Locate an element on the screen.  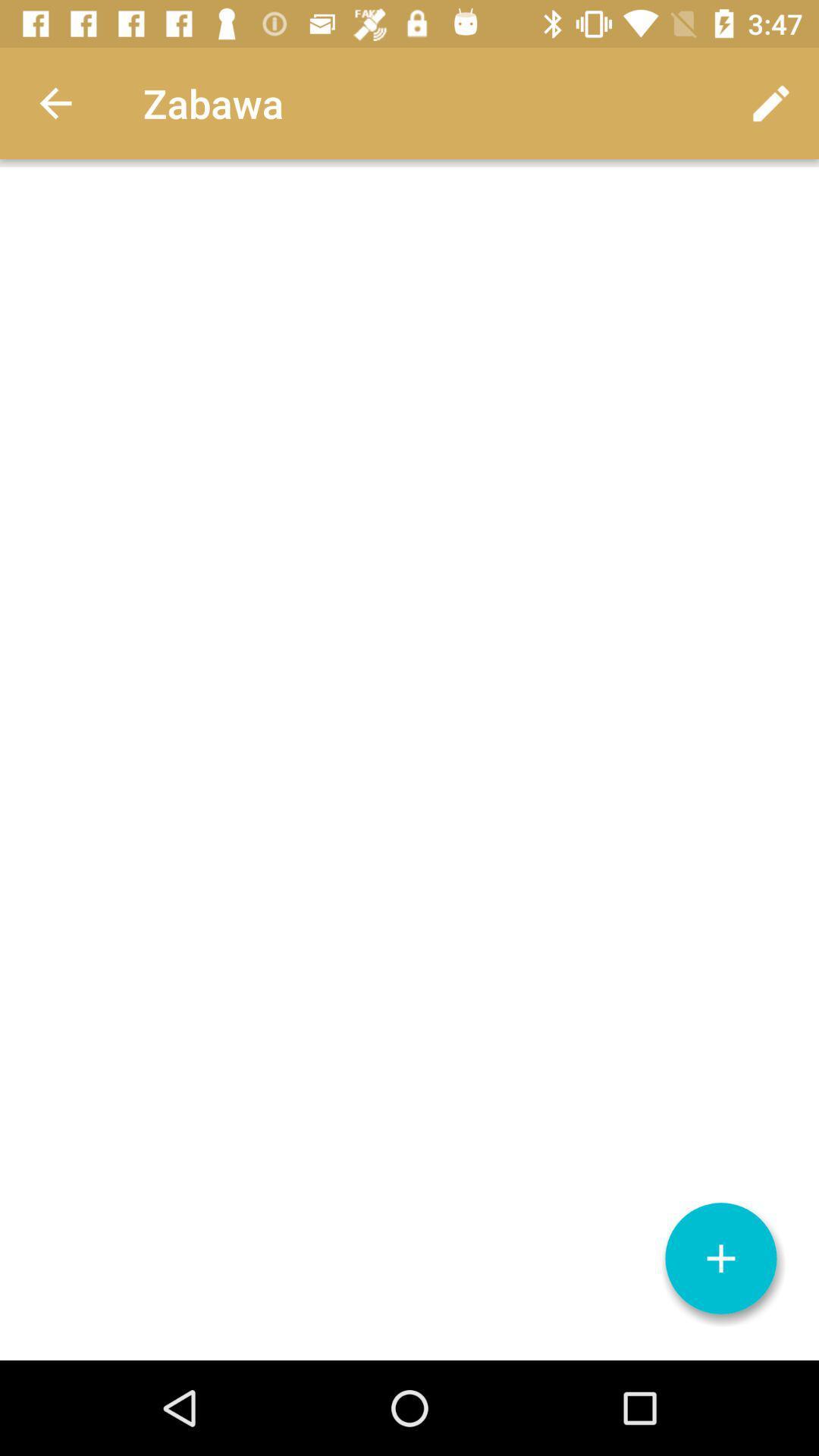
details is located at coordinates (720, 1258).